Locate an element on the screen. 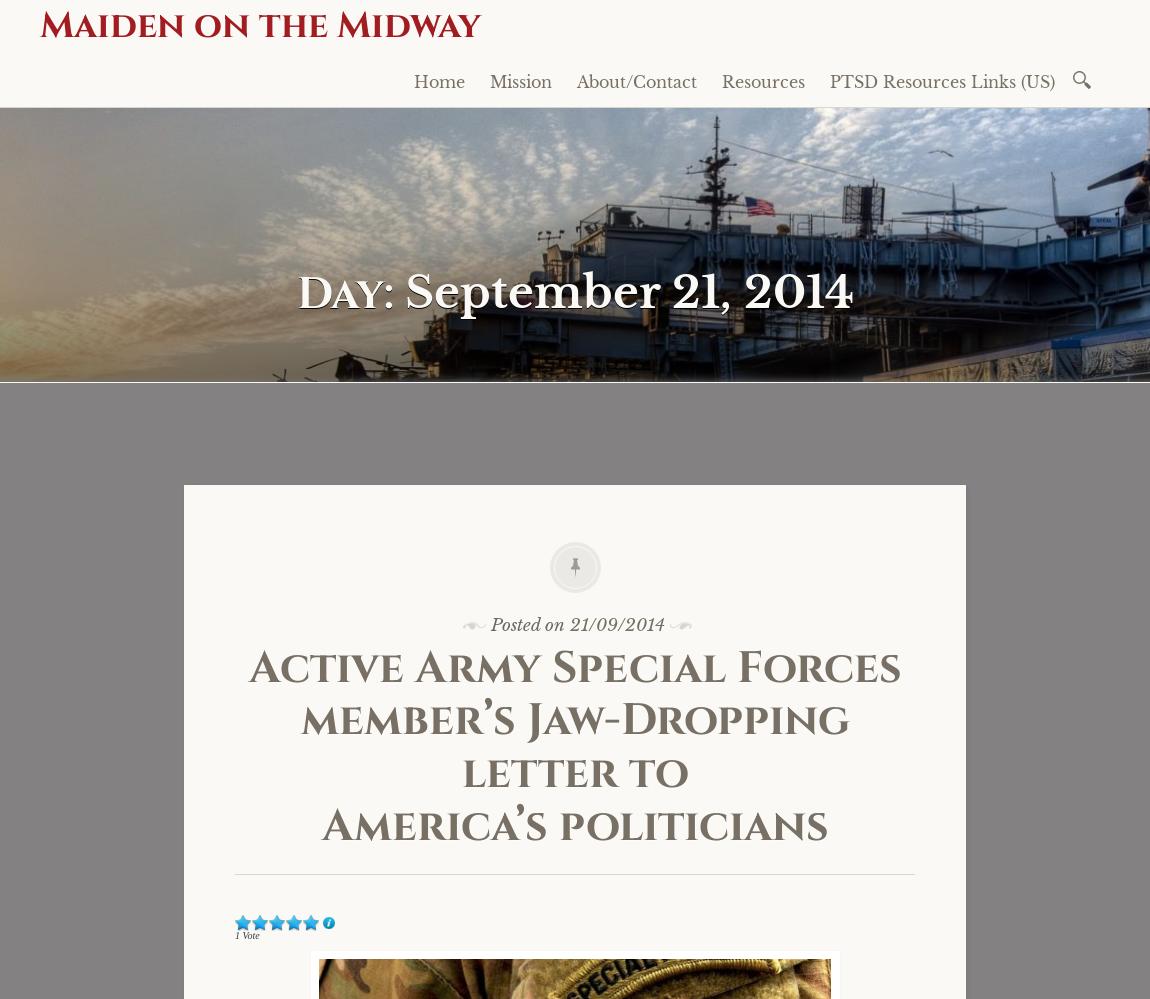  '1 Vote' is located at coordinates (246, 934).